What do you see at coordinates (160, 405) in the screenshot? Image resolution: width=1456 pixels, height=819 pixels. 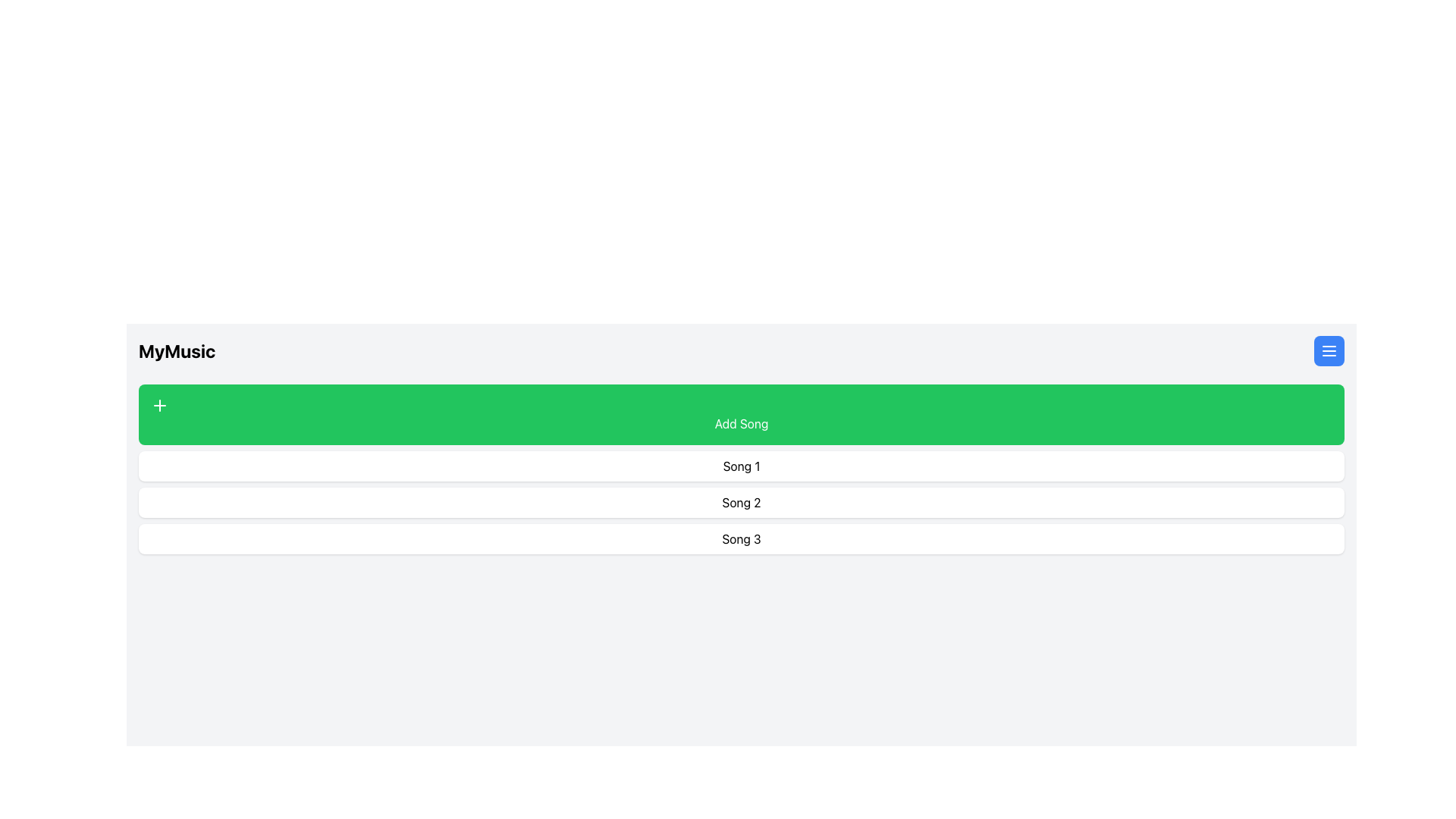 I see `the small plus sign icon located on the left side of the green 'Add Song' button` at bounding box center [160, 405].